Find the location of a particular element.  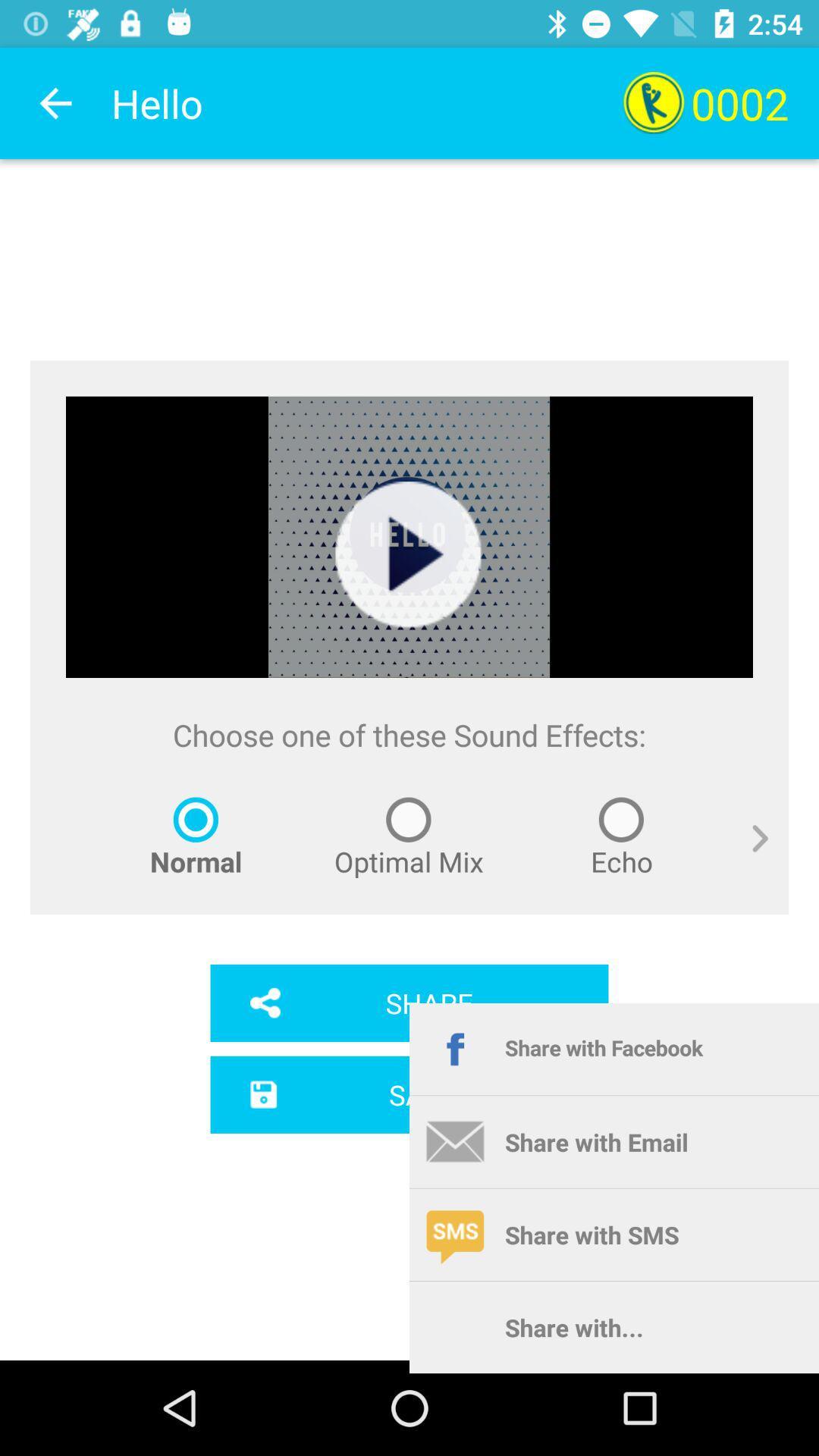

icon next to the stage icon is located at coordinates (748, 855).